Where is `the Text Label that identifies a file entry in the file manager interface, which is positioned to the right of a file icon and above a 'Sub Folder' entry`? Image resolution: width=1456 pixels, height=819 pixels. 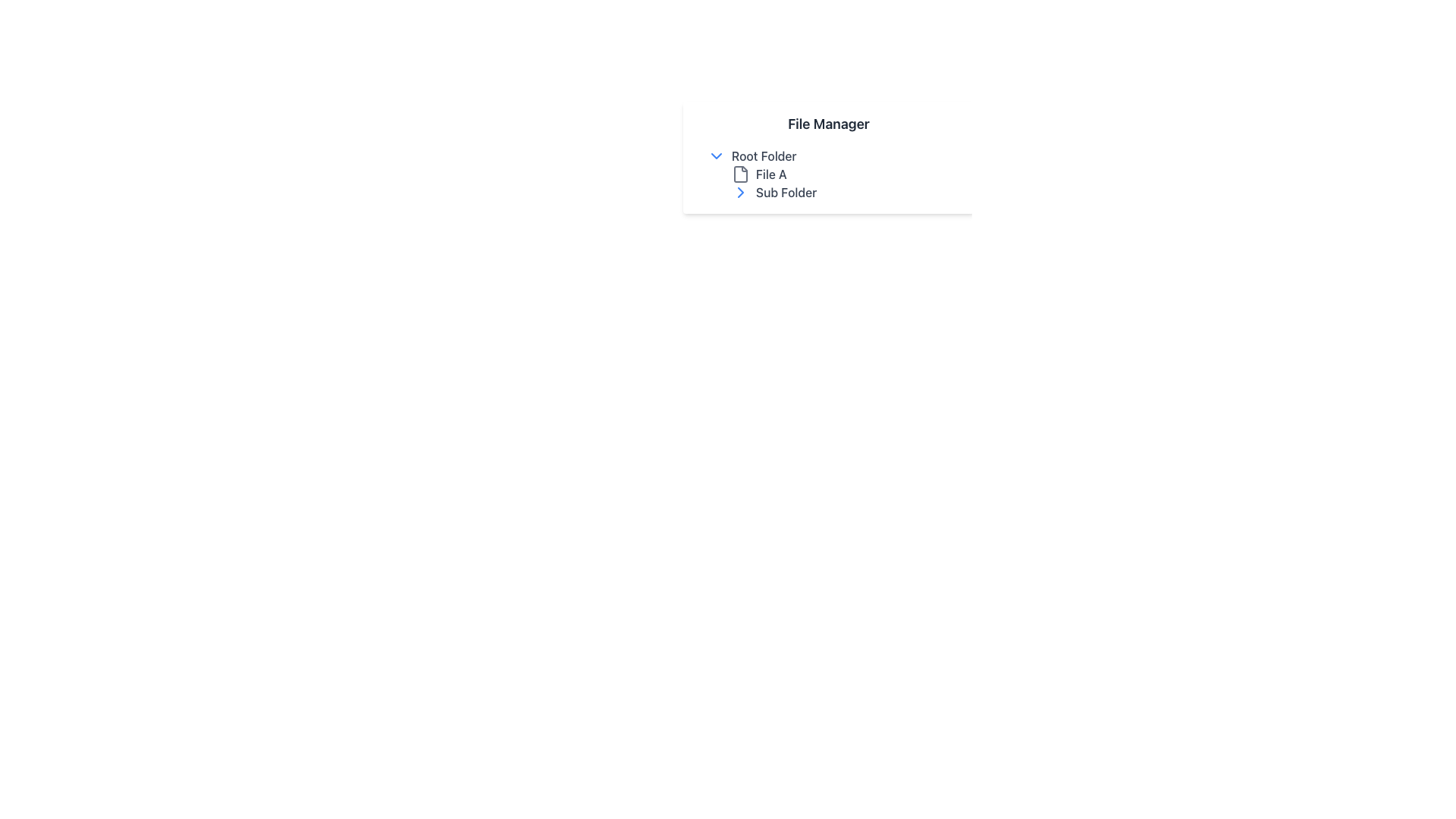
the Text Label that identifies a file entry in the file manager interface, which is positioned to the right of a file icon and above a 'Sub Folder' entry is located at coordinates (771, 174).